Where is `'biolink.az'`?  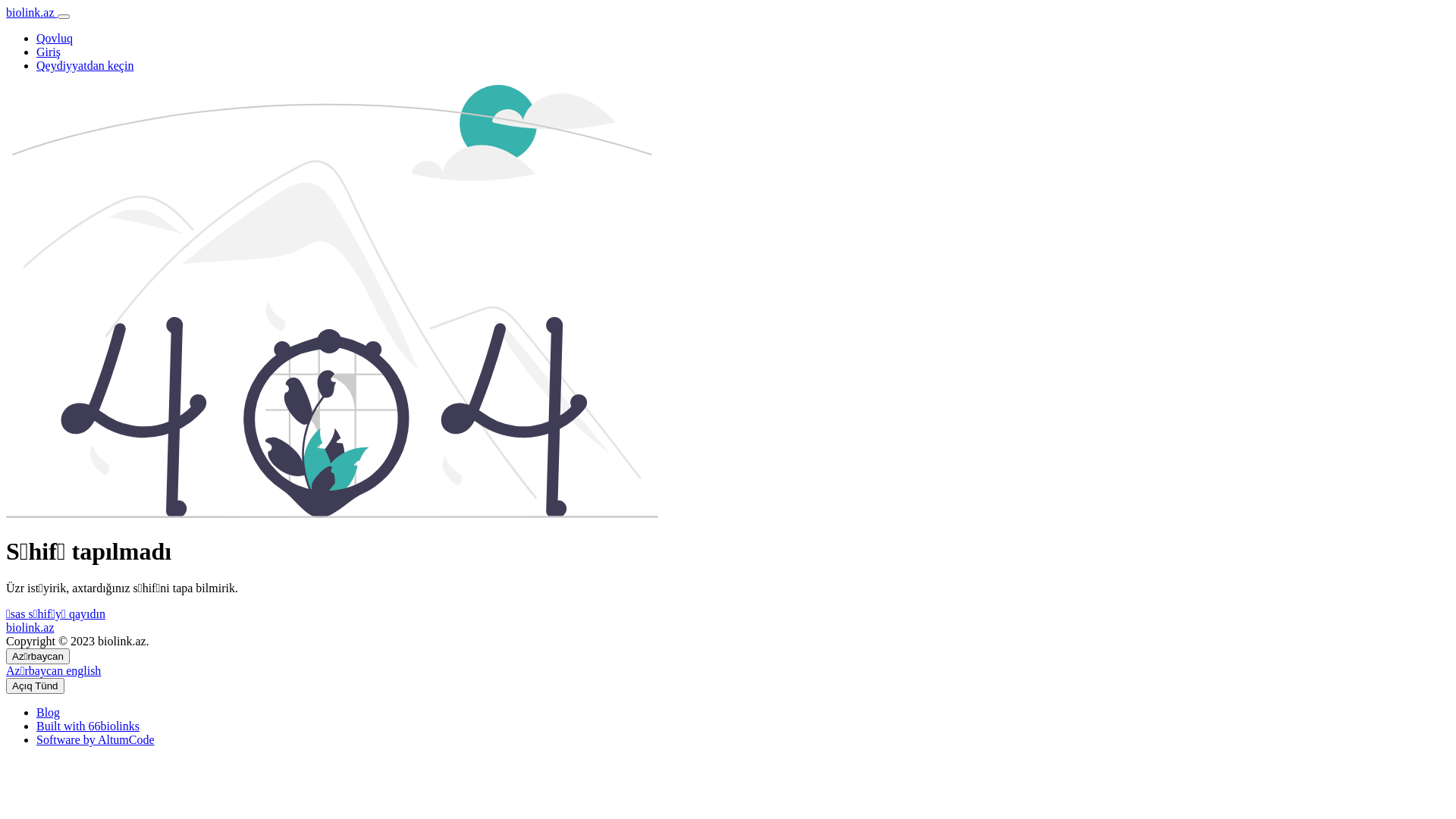
'biolink.az' is located at coordinates (30, 627).